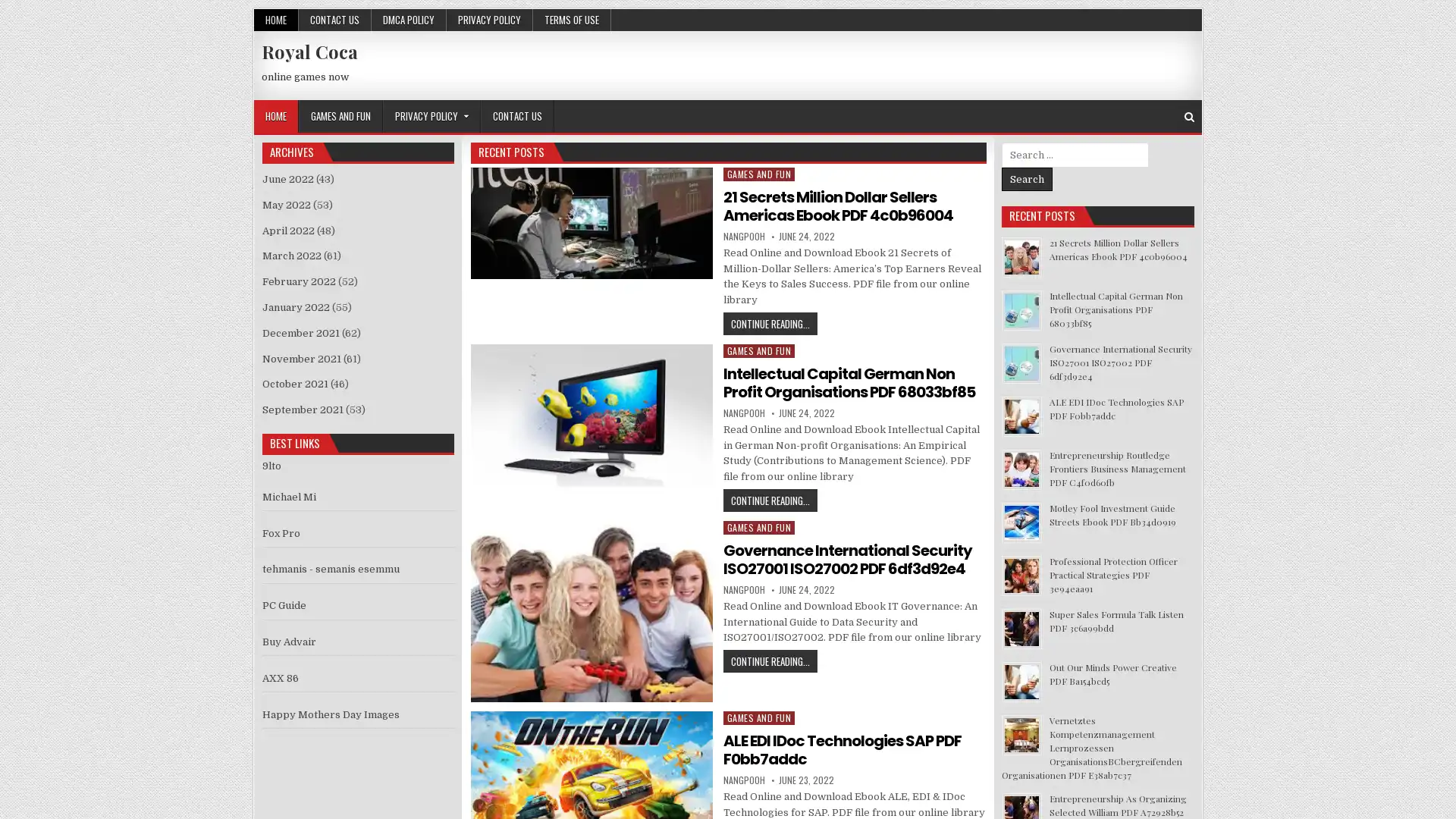  I want to click on Search, so click(1027, 178).